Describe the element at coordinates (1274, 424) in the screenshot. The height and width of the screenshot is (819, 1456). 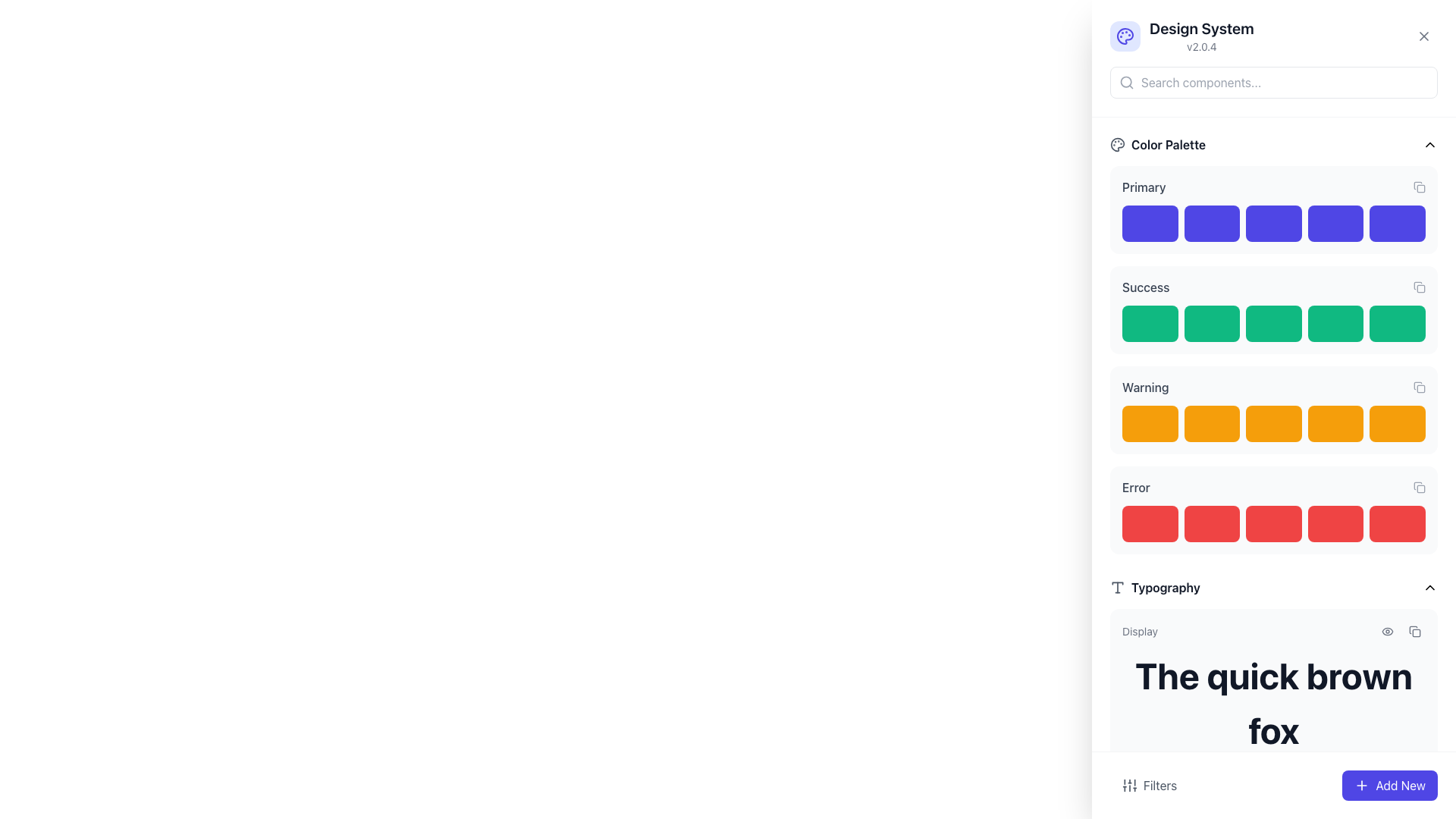
I see `the third vibrant orange color swatch in the Warning section of the Color Palette component, which has rounded corners and is positioned centrally among five blocks` at that location.